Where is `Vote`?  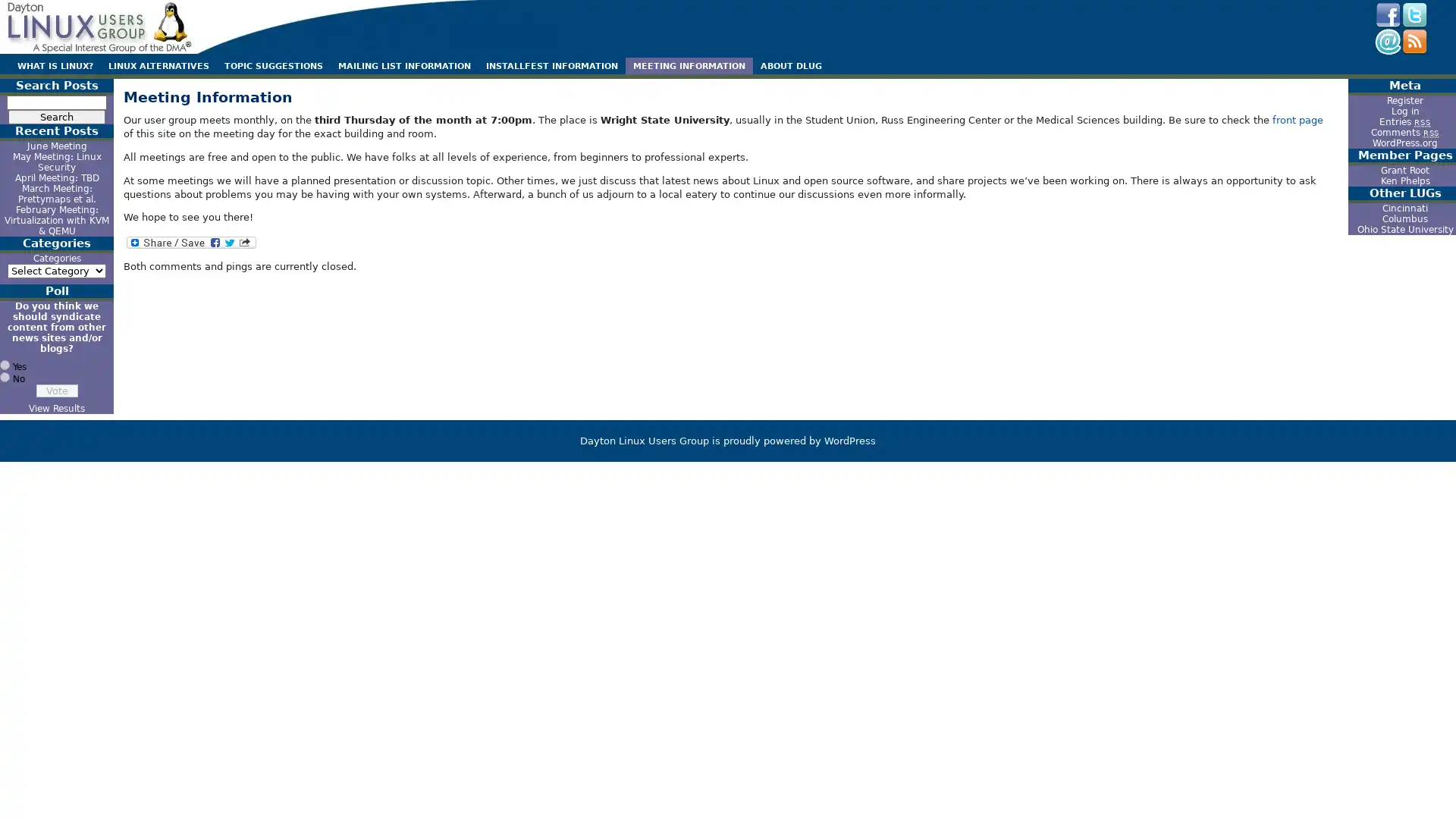
Vote is located at coordinates (56, 390).